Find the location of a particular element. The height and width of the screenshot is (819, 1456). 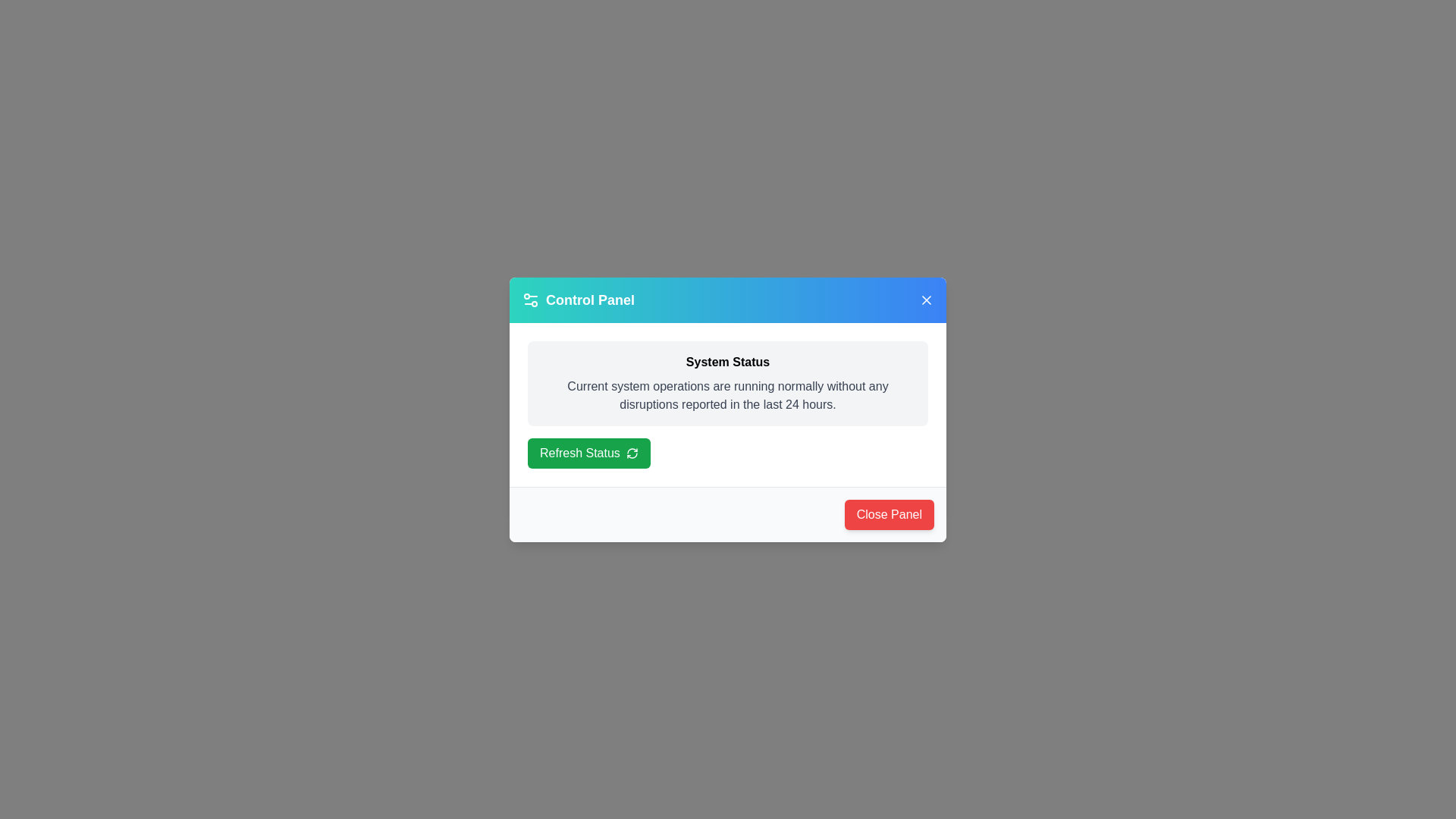

the text in the status message to highlight it is located at coordinates (728, 394).